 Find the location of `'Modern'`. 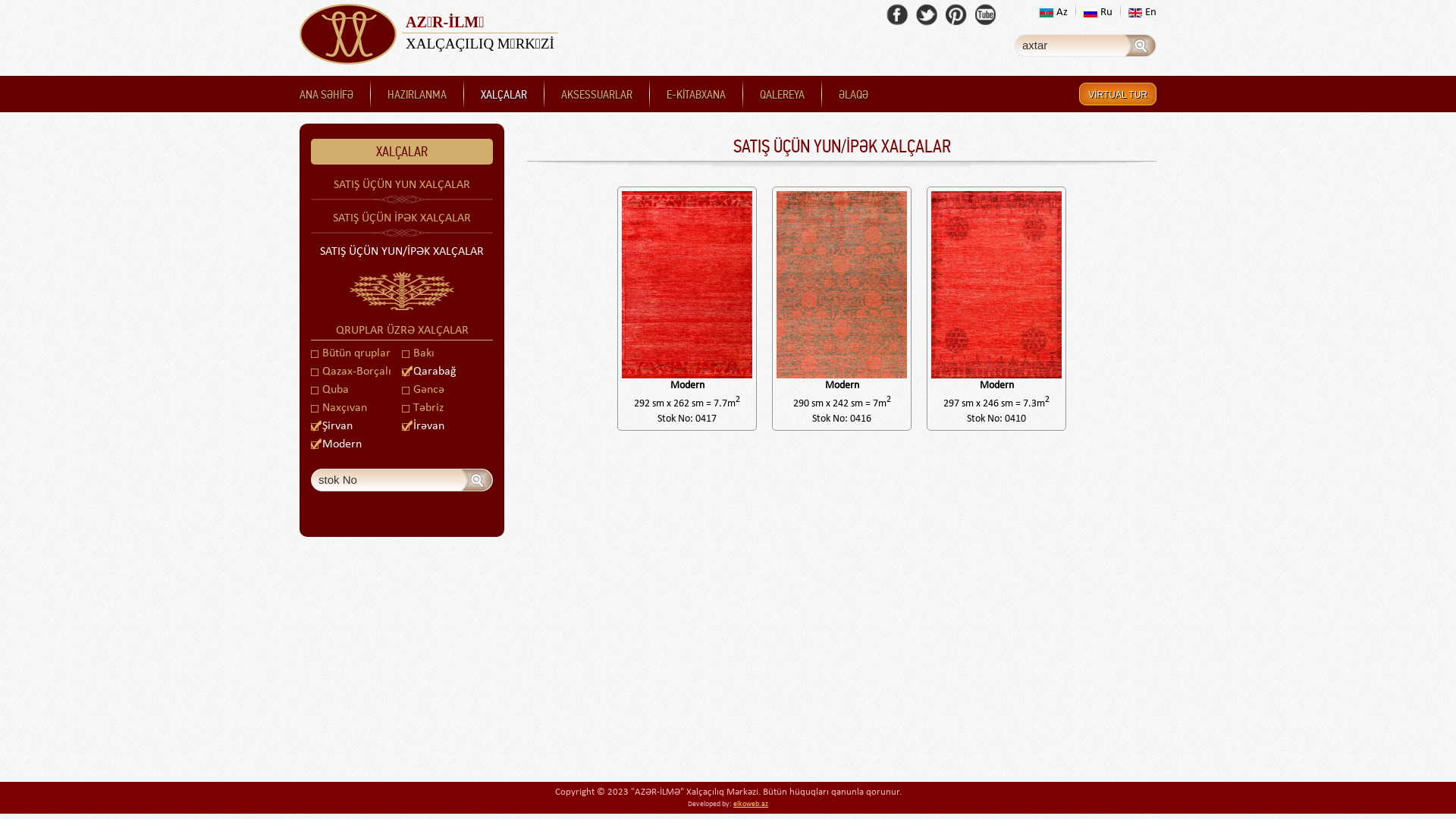

'Modern' is located at coordinates (840, 308).